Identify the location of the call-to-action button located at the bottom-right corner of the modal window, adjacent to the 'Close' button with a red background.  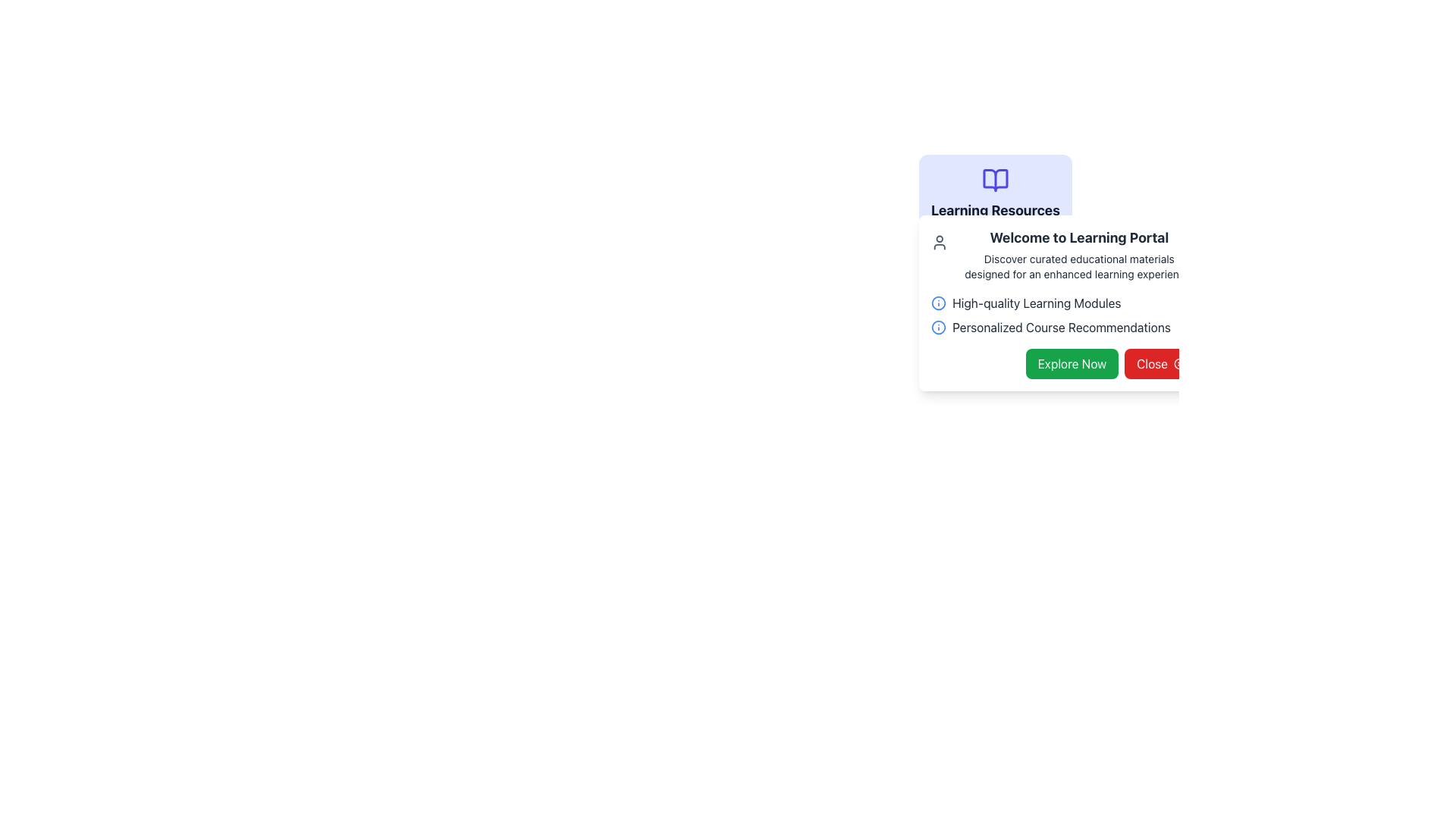
(1071, 363).